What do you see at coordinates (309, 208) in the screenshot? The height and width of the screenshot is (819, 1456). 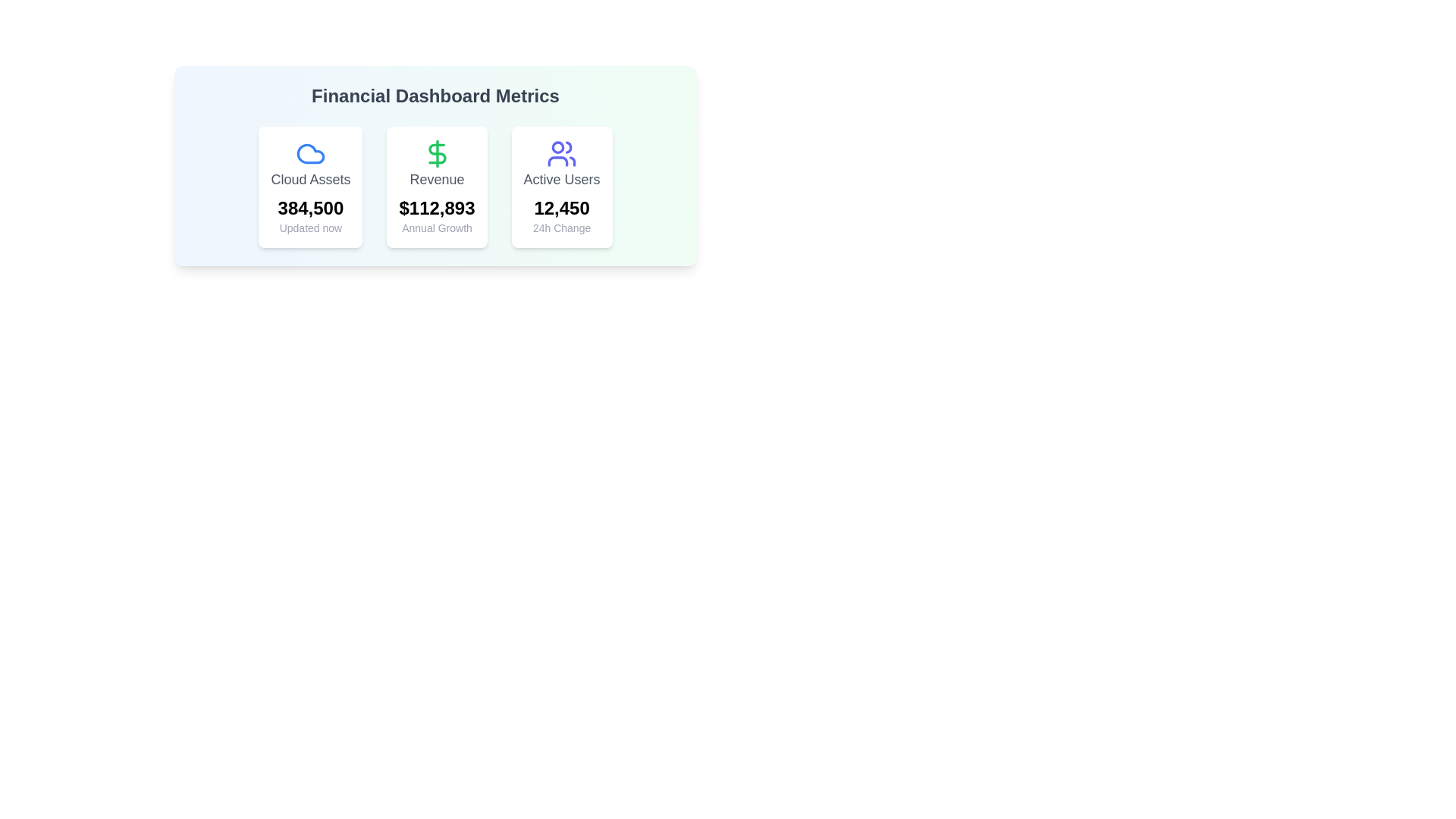 I see `numeric value displayed in the bold text label '384,500', which is located below the 'Cloud Assets' label and above the caption 'Updated now' within the first card of the dashboard` at bounding box center [309, 208].